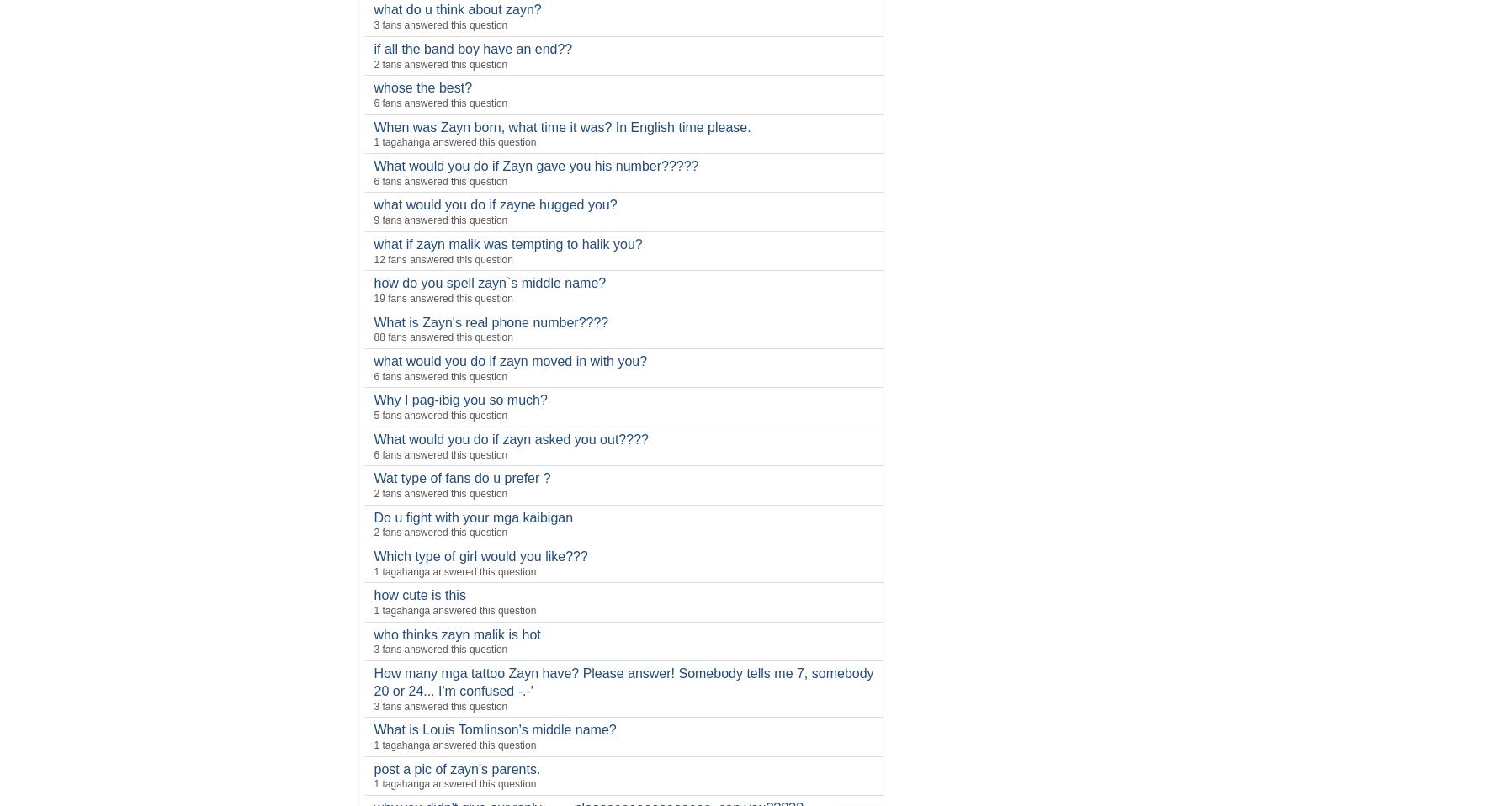 The height and width of the screenshot is (806, 1512). What do you see at coordinates (418, 594) in the screenshot?
I see `'how cute is this'` at bounding box center [418, 594].